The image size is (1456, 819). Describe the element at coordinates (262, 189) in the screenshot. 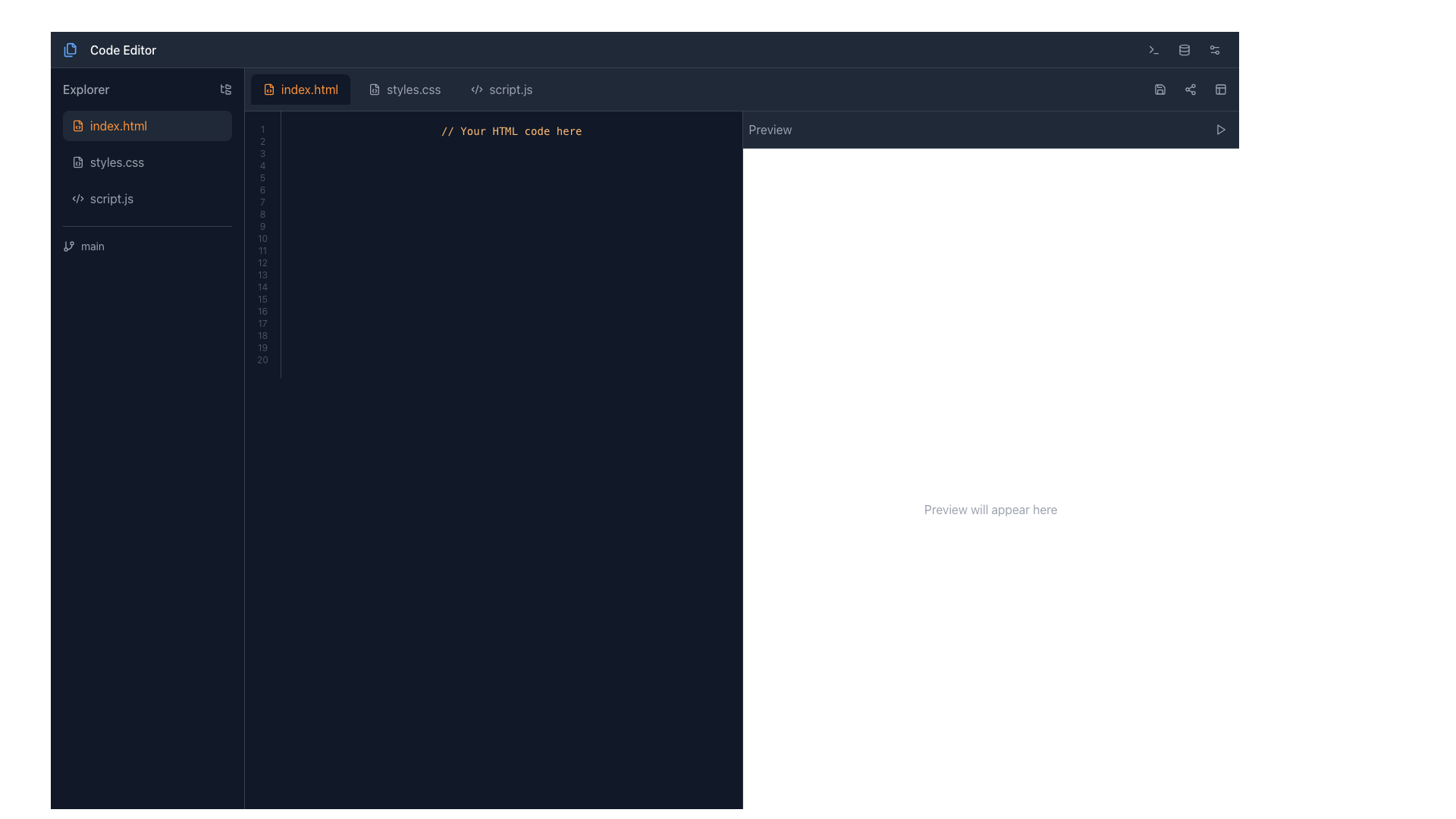

I see `the static text label displaying the number '6', which is styled with gray text and small font size, located at the 6th slot in a vertical list of numeric labels` at that location.